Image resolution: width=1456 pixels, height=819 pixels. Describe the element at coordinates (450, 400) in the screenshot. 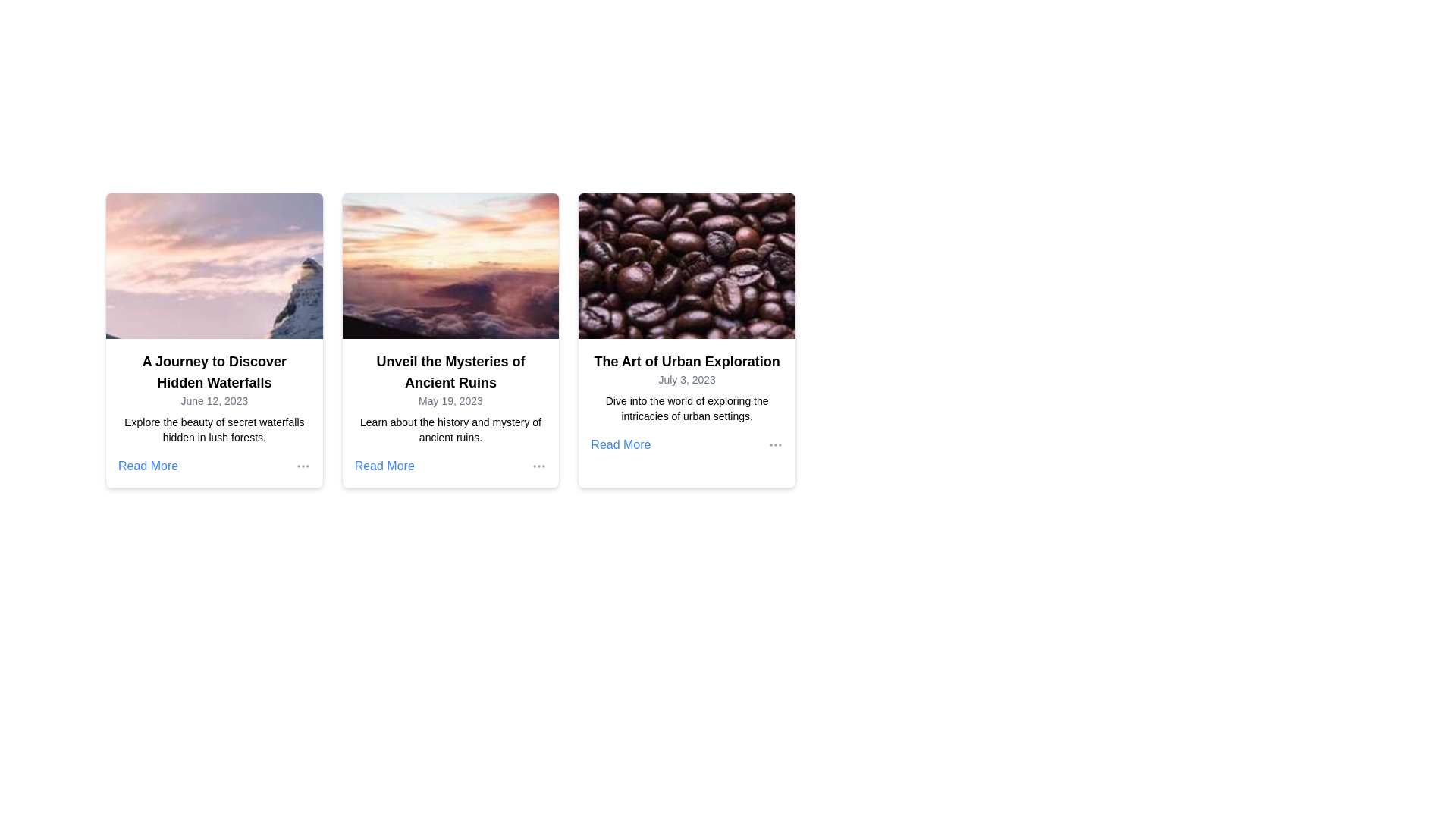

I see `the Text label displaying the publication date for the article, which is located below the title 'Unveil the Mysteries of Ancient Ruins' and above the descriptive text 'Learn about the history and mystery of ancient ruins.'` at that location.